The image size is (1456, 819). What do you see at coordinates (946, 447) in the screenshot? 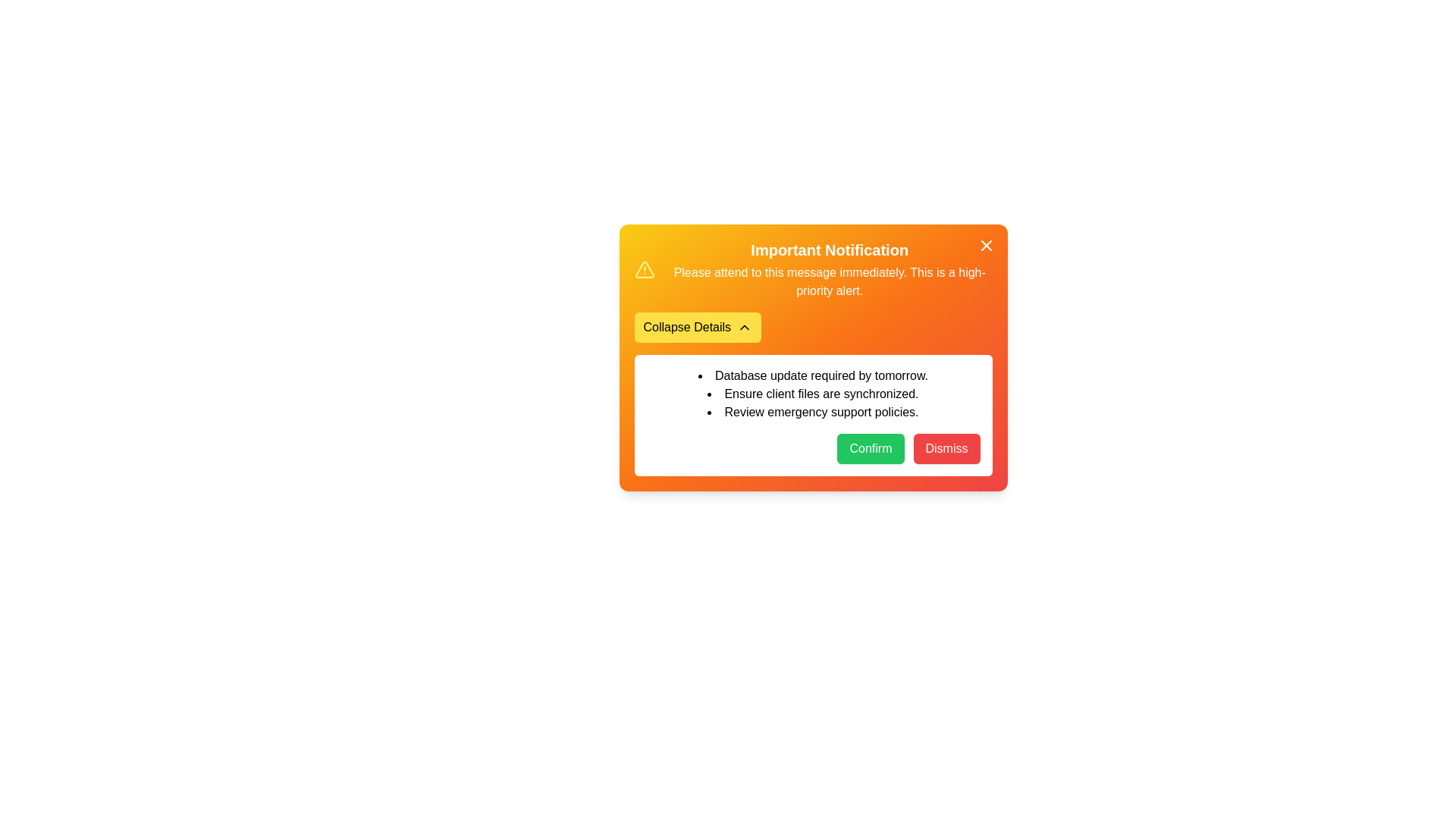
I see `'Dismiss' button to dismiss the notification` at bounding box center [946, 447].